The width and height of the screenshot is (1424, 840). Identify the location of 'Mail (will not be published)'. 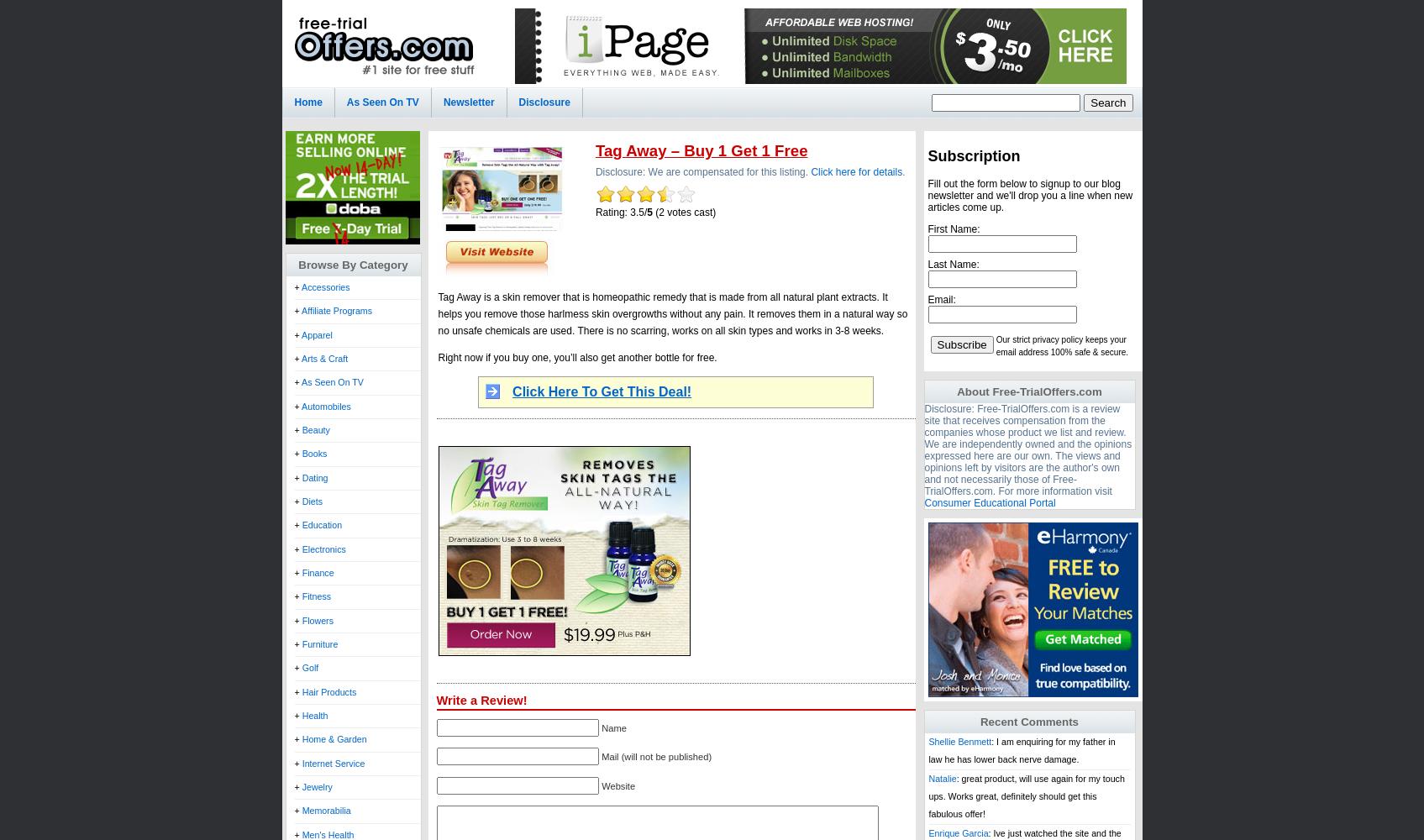
(655, 757).